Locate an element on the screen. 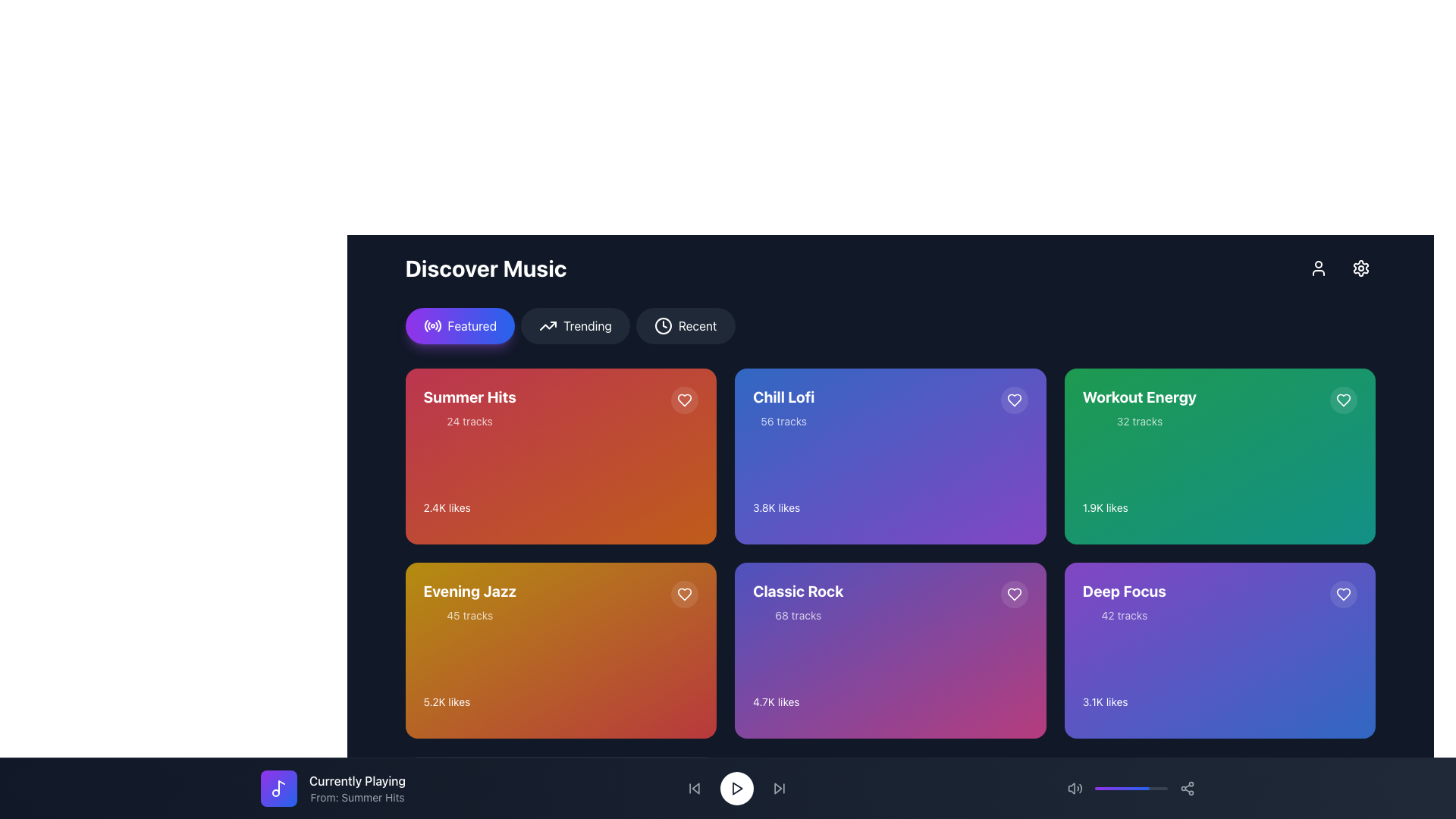  the 'Summer Hits' title text label in the top-left playlist card to enable accessibility tooltips is located at coordinates (469, 397).